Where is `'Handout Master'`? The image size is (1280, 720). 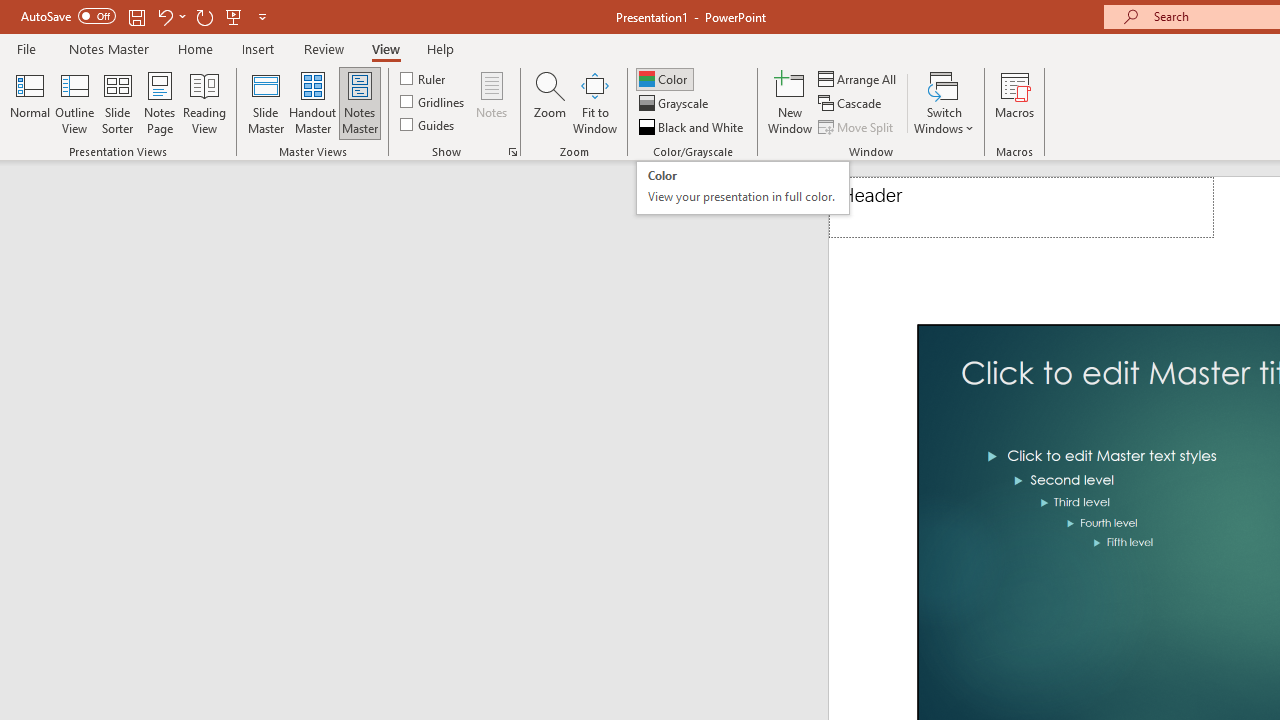 'Handout Master' is located at coordinates (311, 103).